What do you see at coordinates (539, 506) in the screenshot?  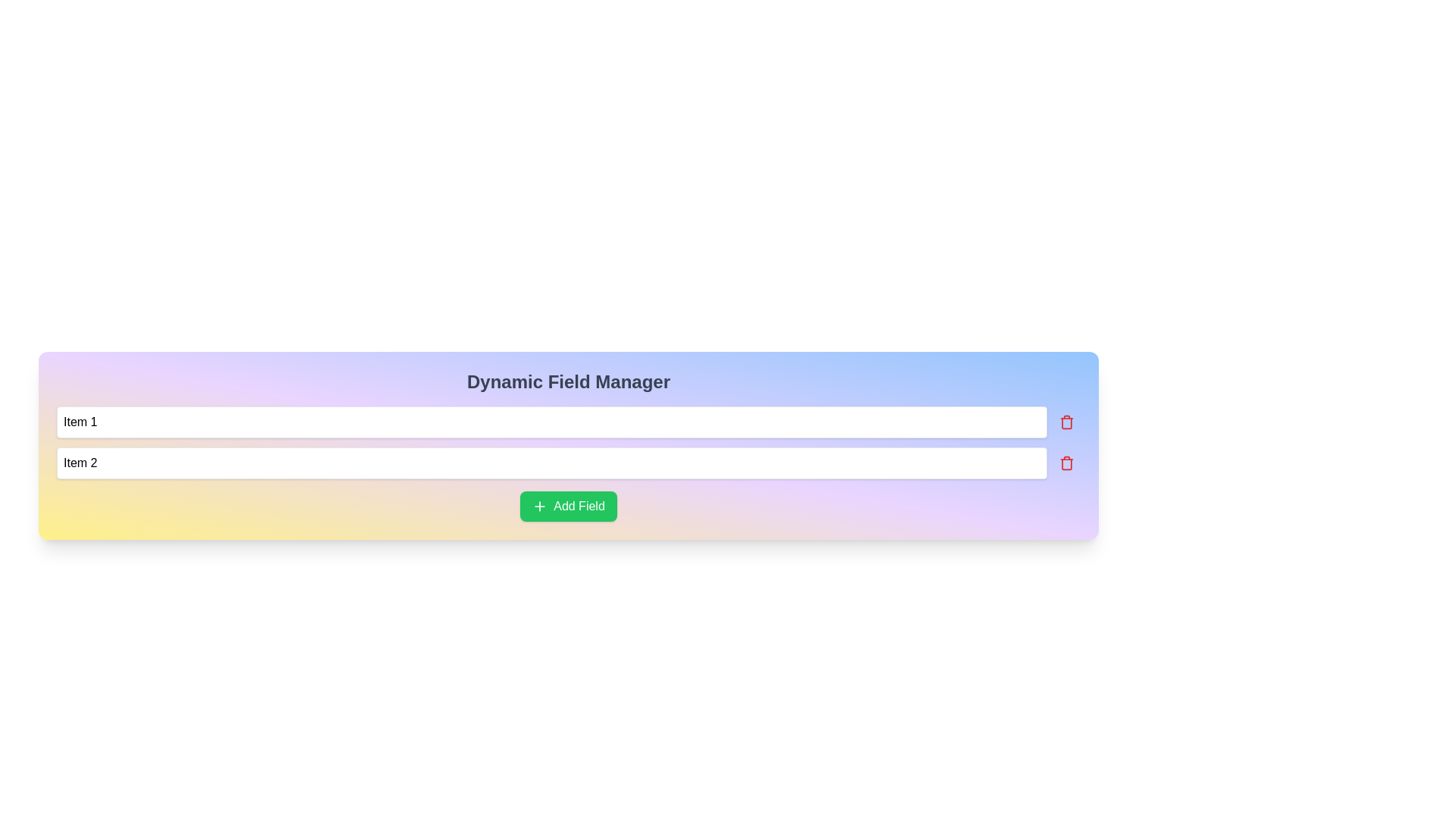 I see `the addition icon located on the left side inside the green 'Add Field' button` at bounding box center [539, 506].